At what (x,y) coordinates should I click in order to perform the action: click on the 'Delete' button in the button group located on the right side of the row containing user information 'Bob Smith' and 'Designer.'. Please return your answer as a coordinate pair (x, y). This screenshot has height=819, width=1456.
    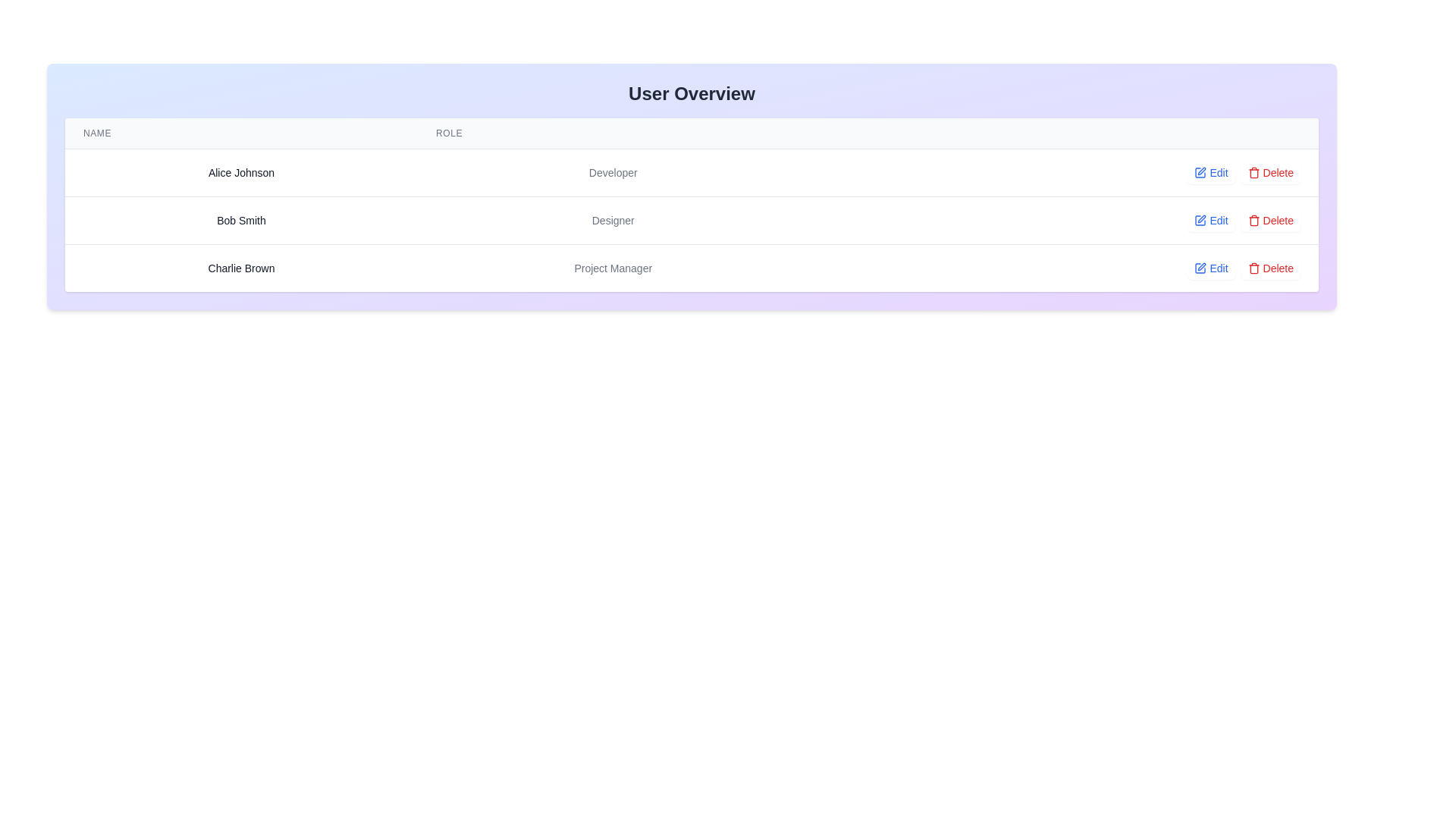
    Looking at the image, I should click on (1062, 220).